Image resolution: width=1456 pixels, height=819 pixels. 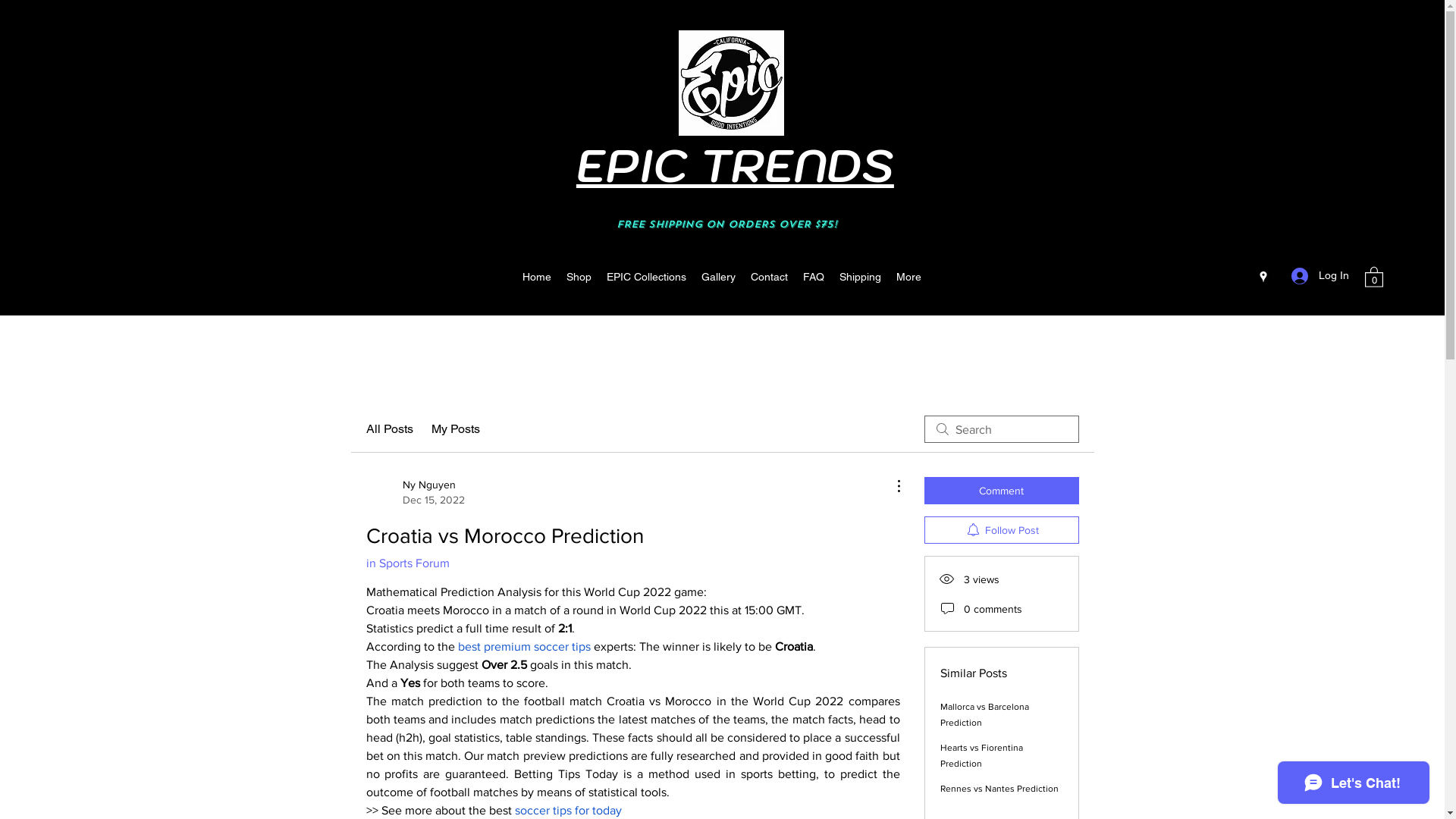 I want to click on 'My Posts', so click(x=454, y=429).